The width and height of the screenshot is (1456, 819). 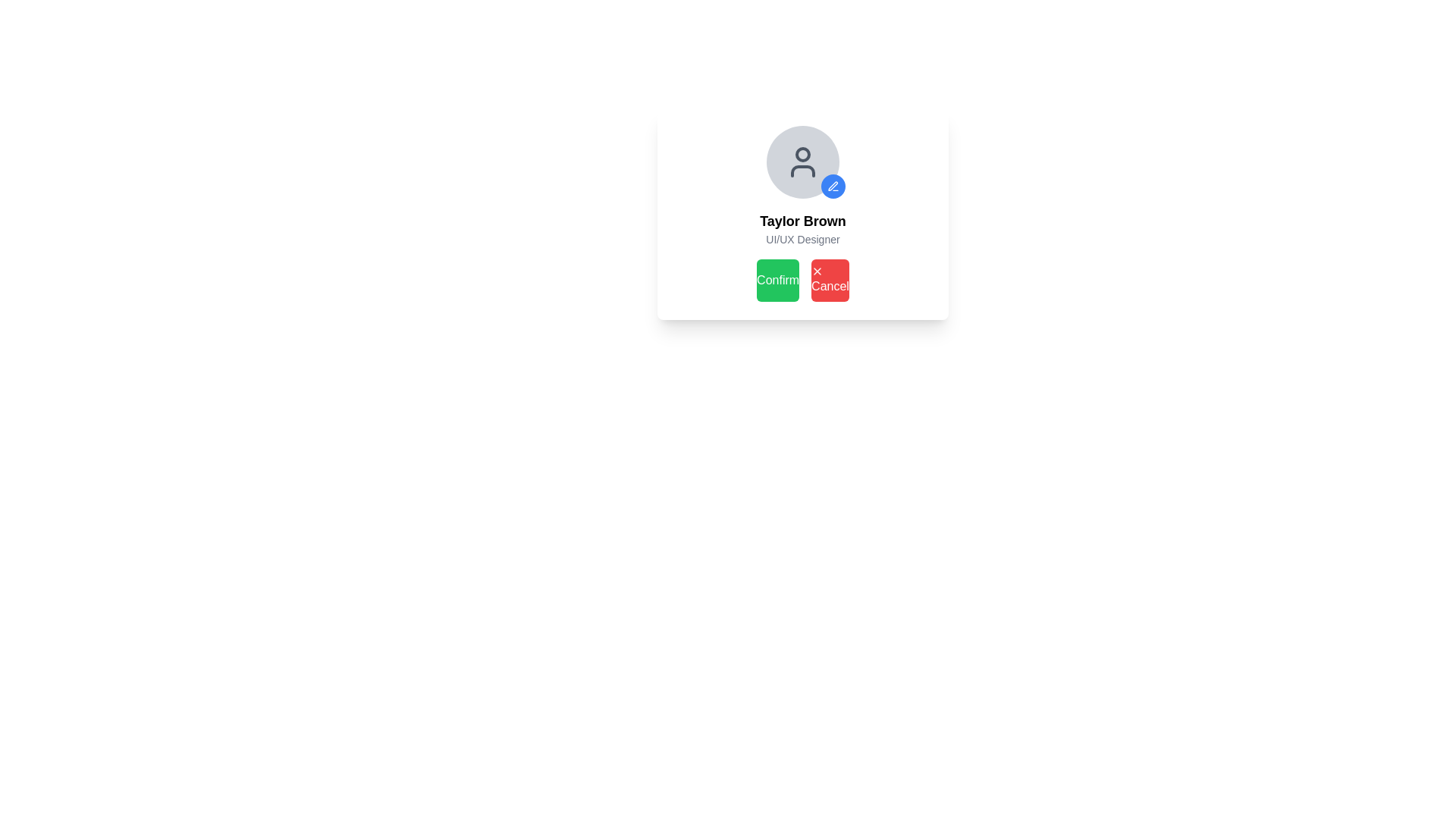 What do you see at coordinates (832, 185) in the screenshot?
I see `the small graphical icon resembling a diagonal pen or pencil, located at the top-right of the user profile section, which indicates edit functionality` at bounding box center [832, 185].